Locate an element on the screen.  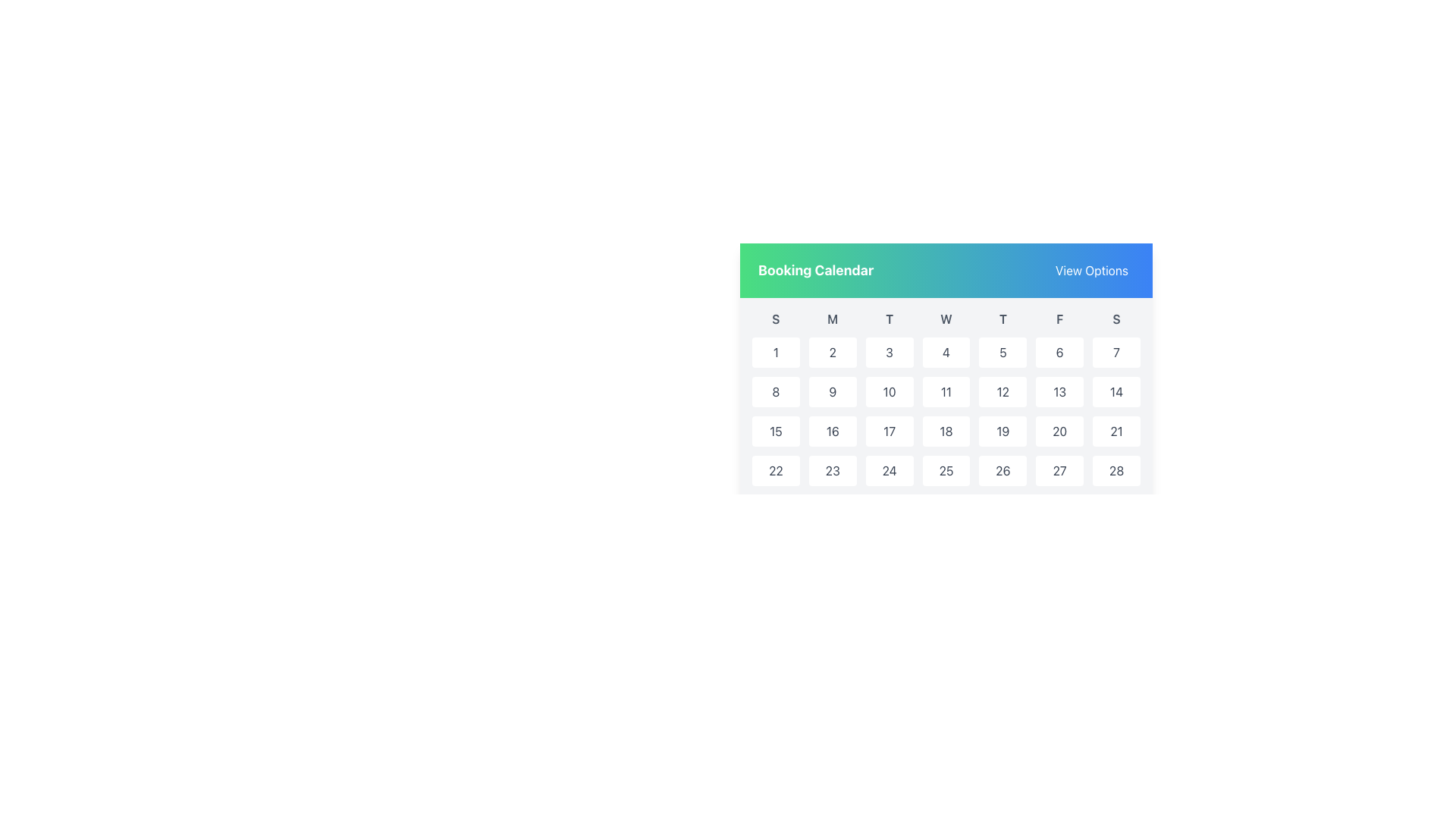
the calendar grid cell displaying the number '1', which is bold and centered in a white rounded rectangular box is located at coordinates (776, 353).